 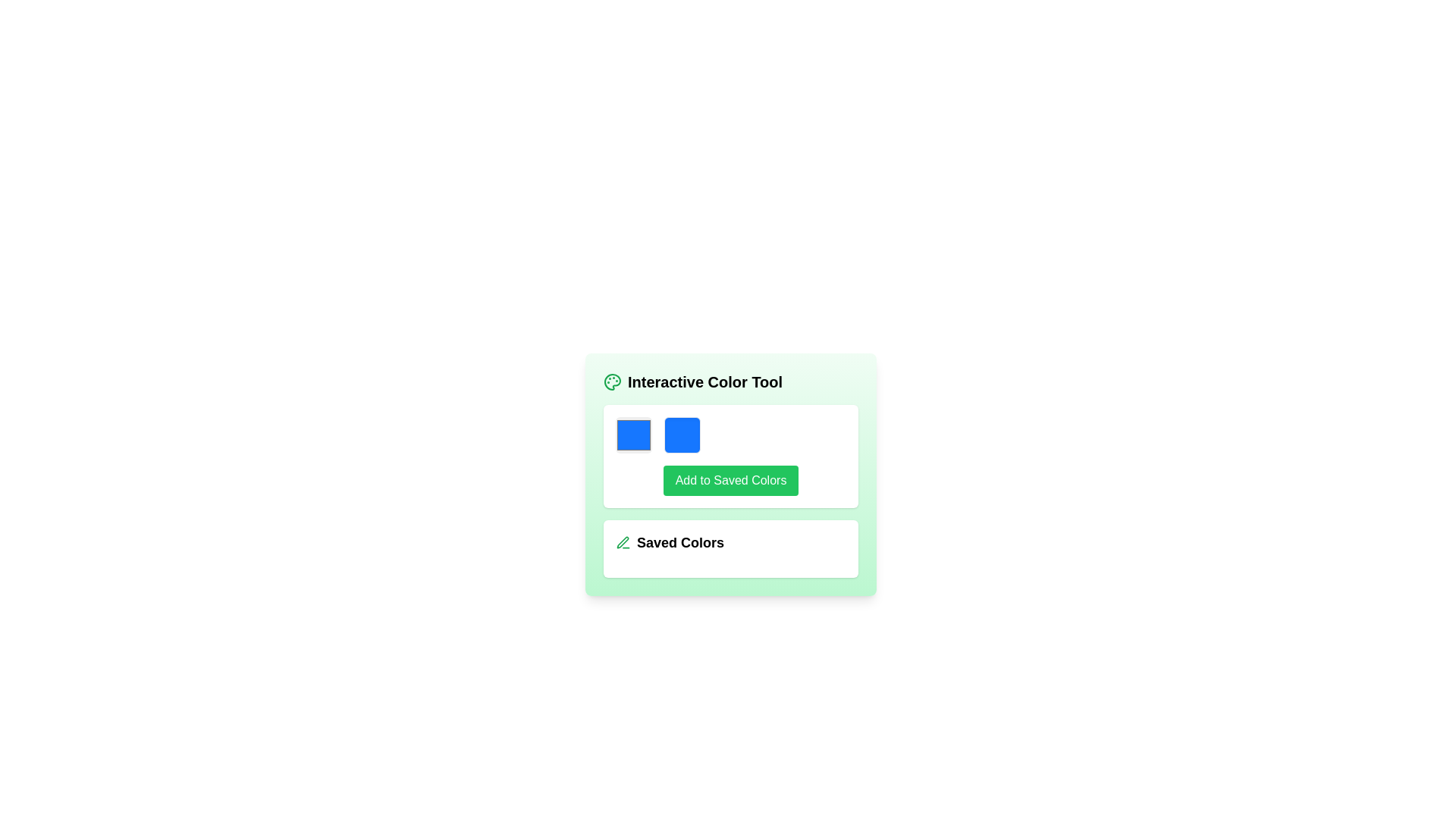 What do you see at coordinates (612, 381) in the screenshot?
I see `the painter's palette icon, which is the first visual element in the 'Interactive Color Tool' title section located at the top-left of the component` at bounding box center [612, 381].